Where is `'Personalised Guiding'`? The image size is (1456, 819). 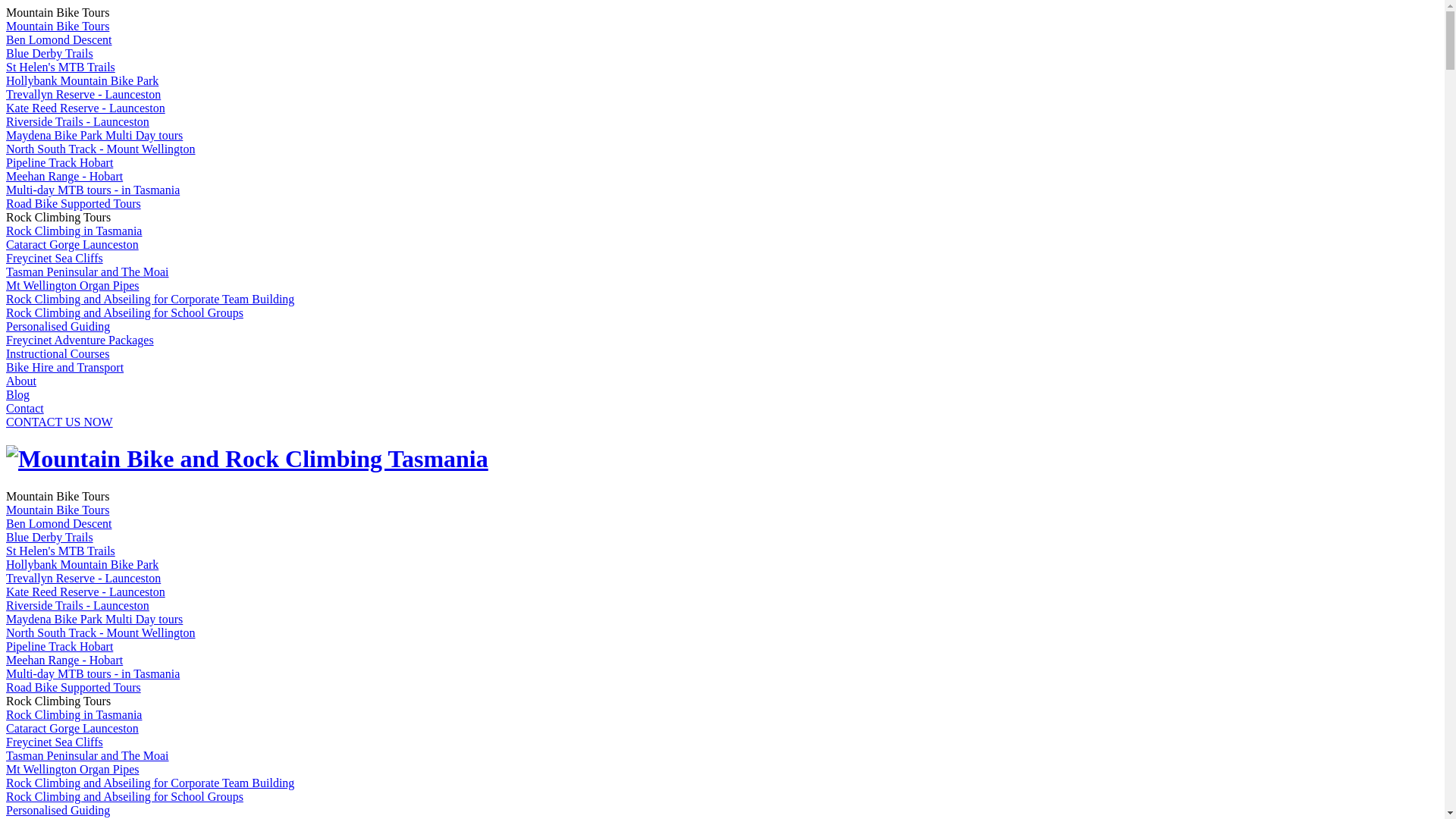 'Personalised Guiding' is located at coordinates (58, 809).